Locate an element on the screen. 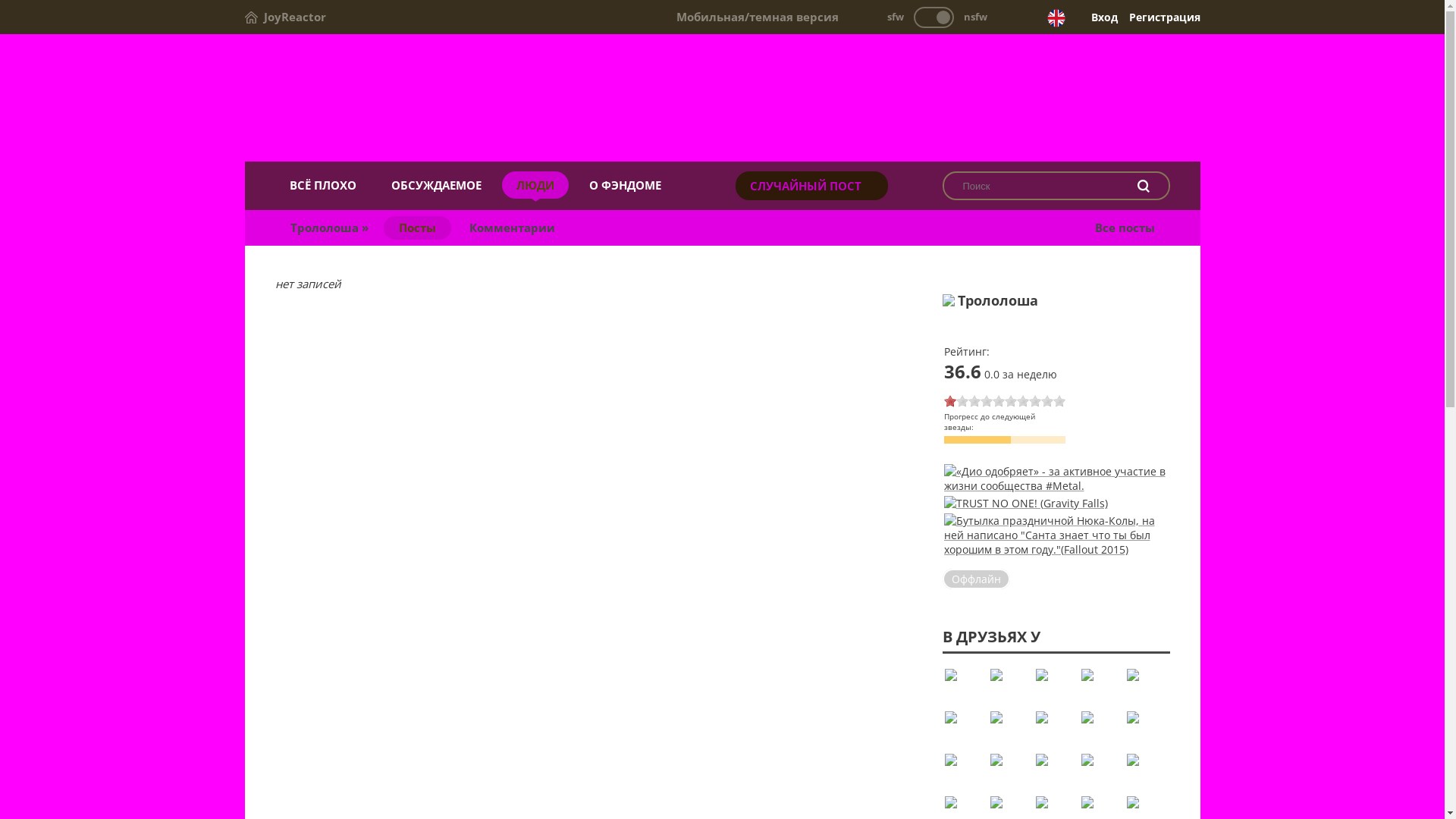 Image resolution: width=1456 pixels, height=819 pixels. 'English version' is located at coordinates (1055, 17).